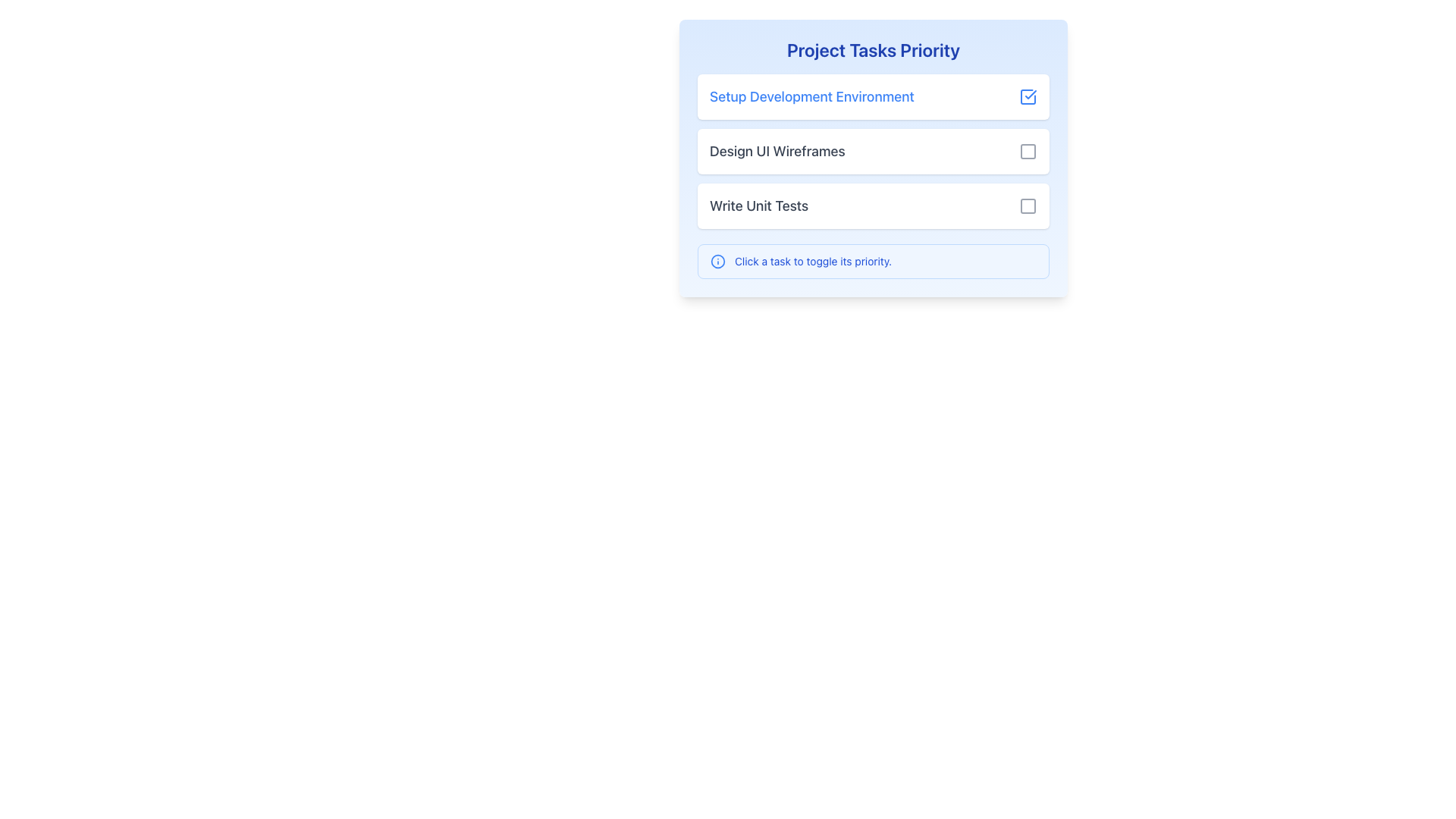  Describe the element at coordinates (1028, 206) in the screenshot. I see `the gray square checkbox representing the unchecked state in the 'Write Unit Tests' task entry` at that location.